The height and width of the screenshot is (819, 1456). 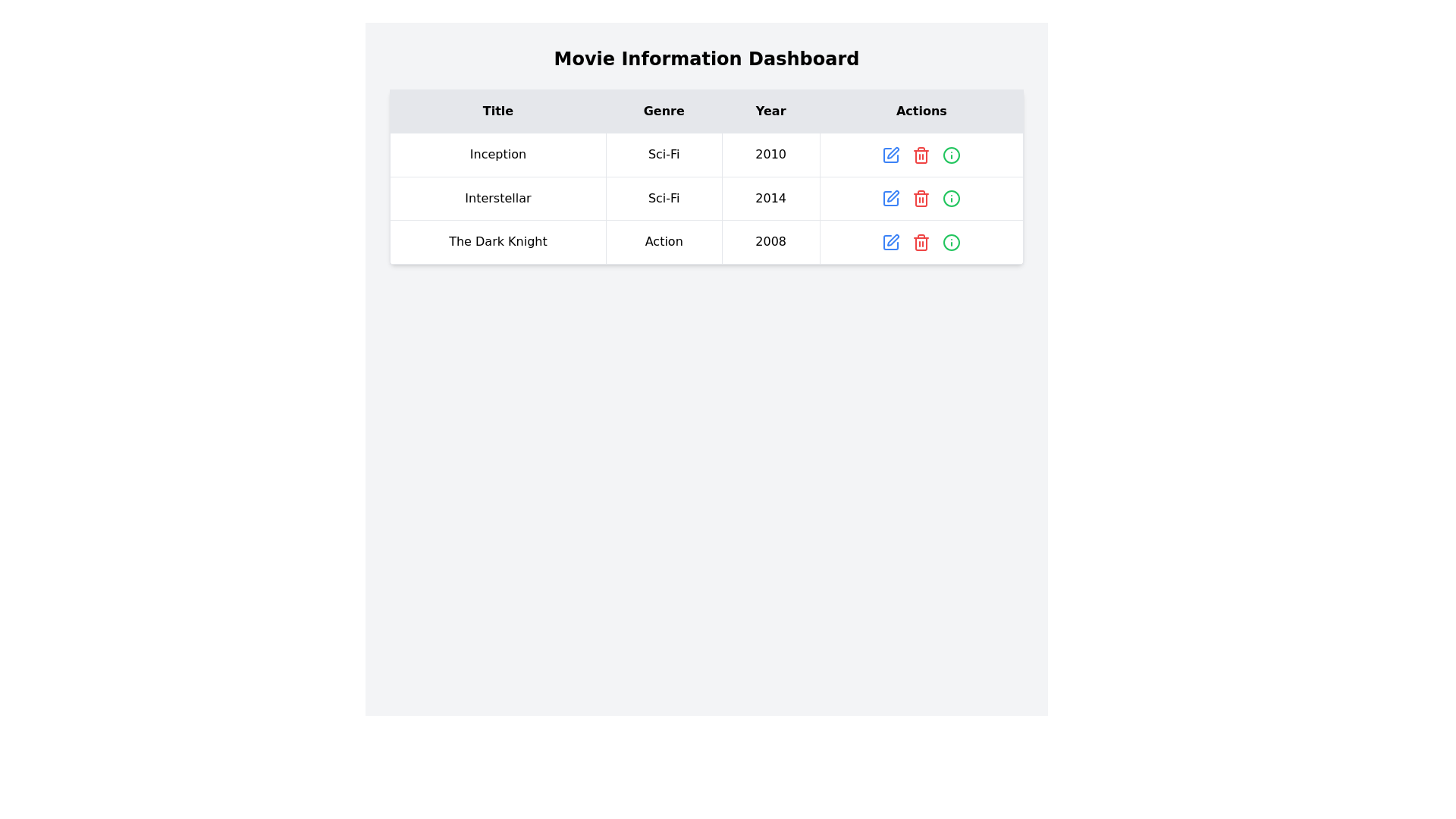 I want to click on the SVG graphic element (circle) located, so click(x=951, y=198).